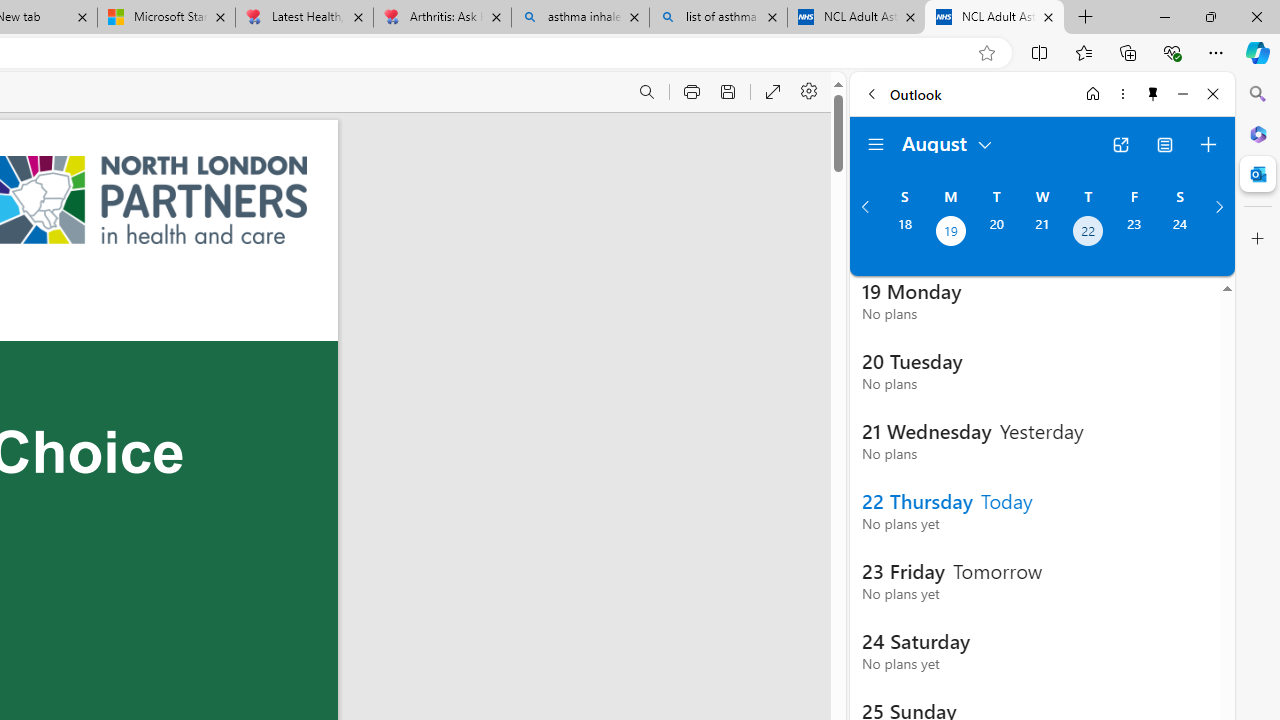 The image size is (1280, 720). I want to click on 'Sunday, August 18, 2024. ', so click(903, 232).